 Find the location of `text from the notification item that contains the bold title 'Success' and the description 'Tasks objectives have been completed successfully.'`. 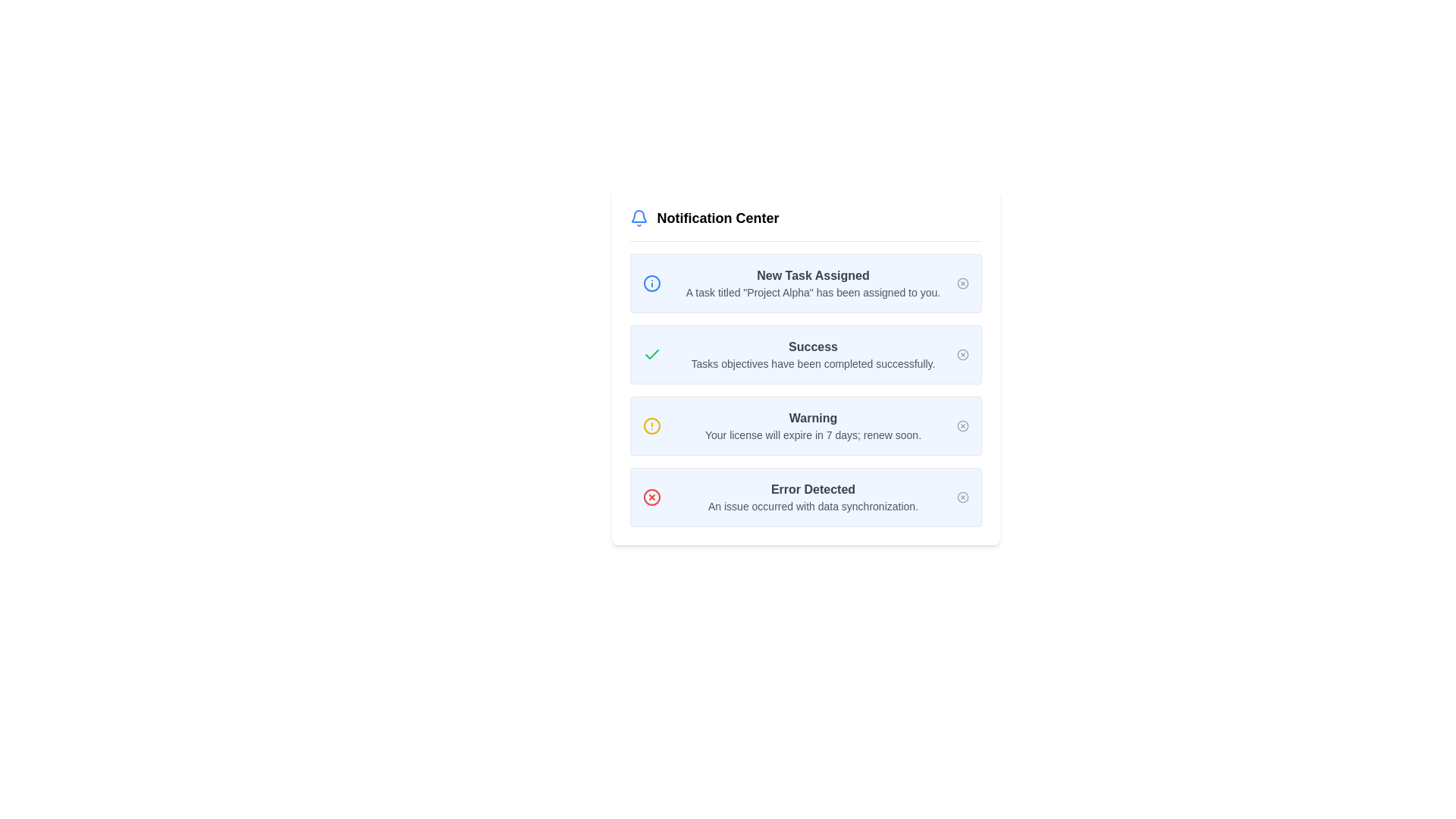

text from the notification item that contains the bold title 'Success' and the description 'Tasks objectives have been completed successfully.' is located at coordinates (812, 354).